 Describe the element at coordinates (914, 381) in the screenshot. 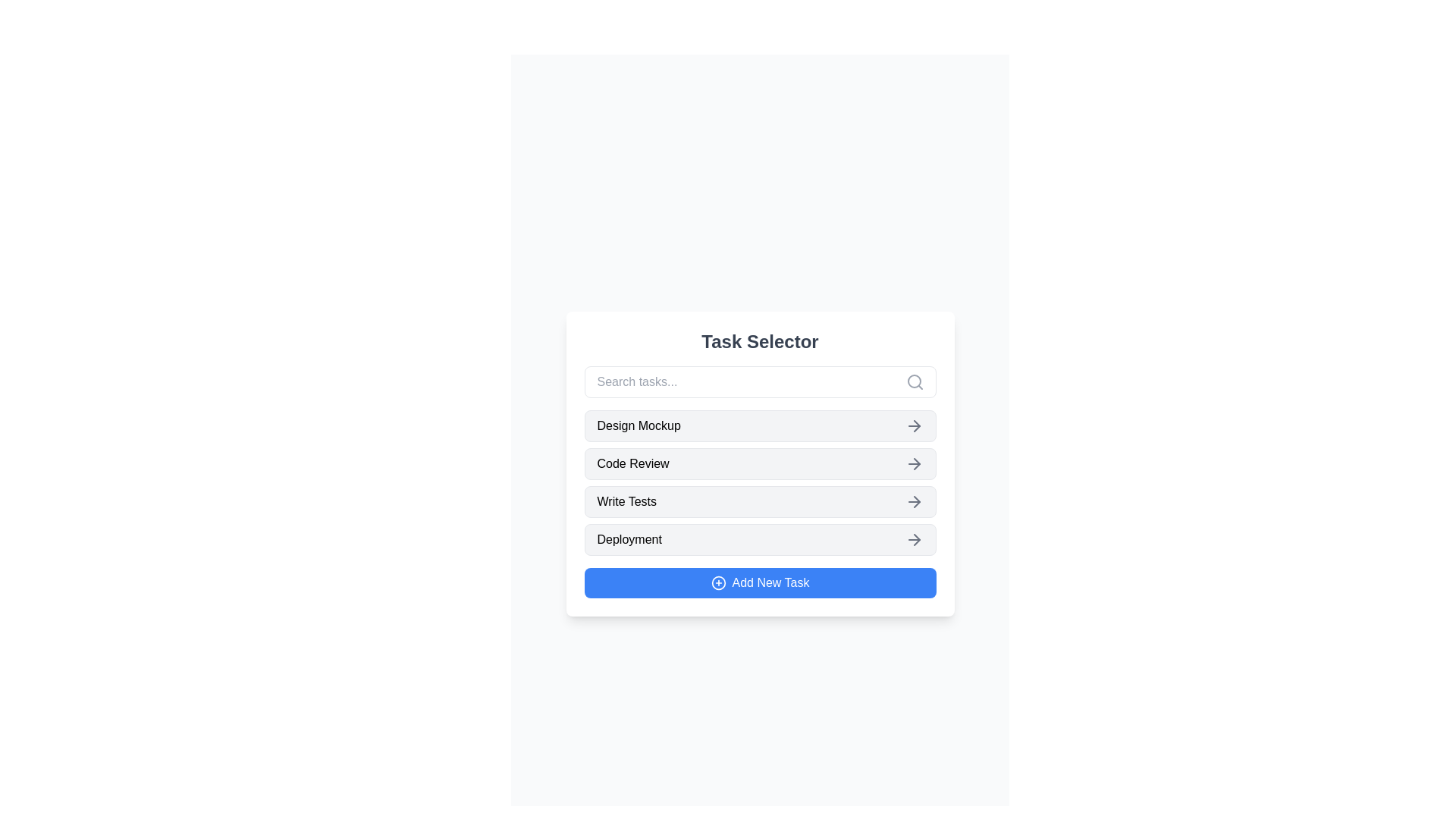

I see `the icon located at the far right inside the search bar input field, which serves as a visual cue for the search functionality` at that location.